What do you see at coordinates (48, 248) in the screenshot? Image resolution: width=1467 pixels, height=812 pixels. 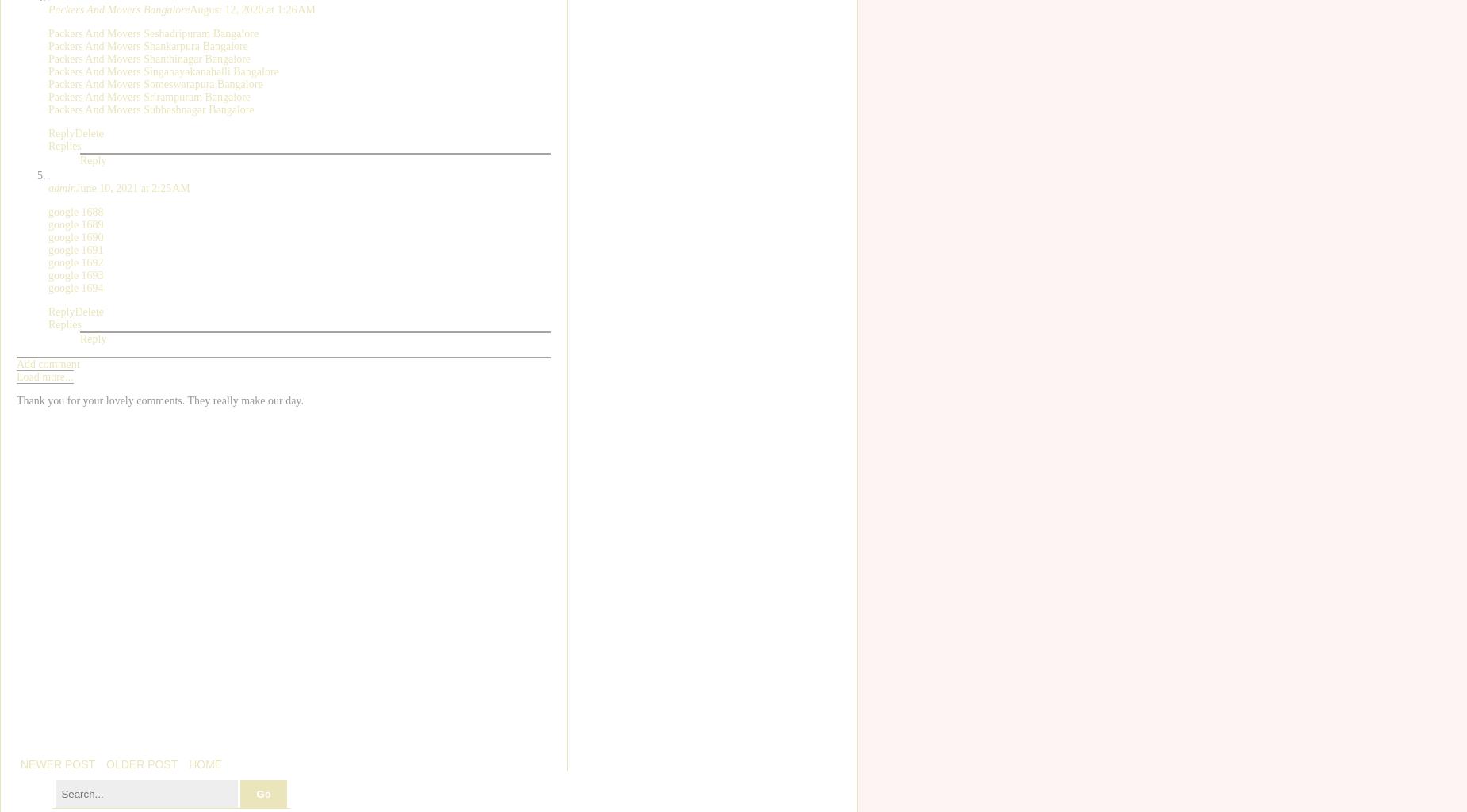 I see `'google 1691'` at bounding box center [48, 248].